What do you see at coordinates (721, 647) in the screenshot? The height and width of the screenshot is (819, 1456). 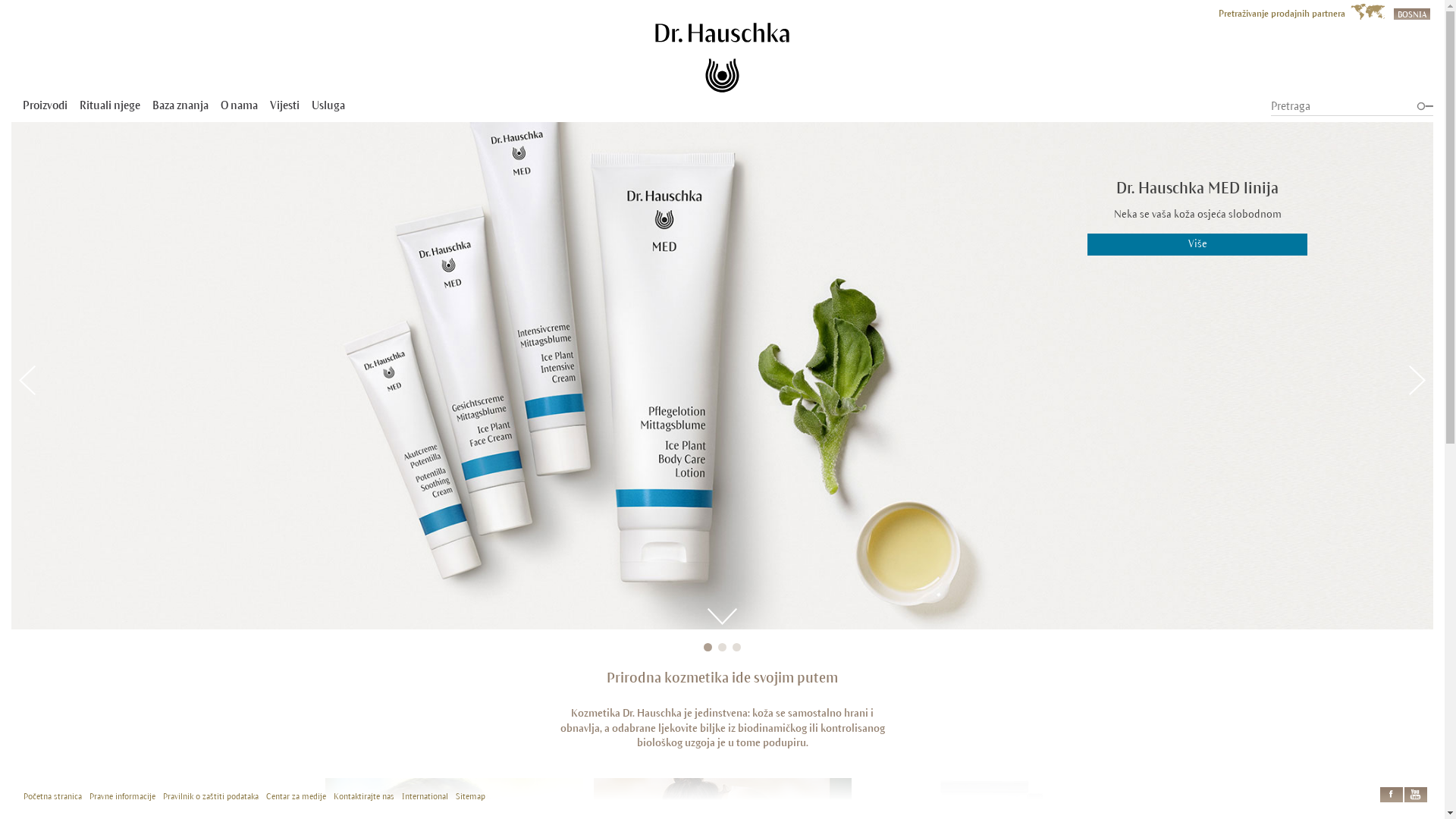 I see `'2'` at bounding box center [721, 647].